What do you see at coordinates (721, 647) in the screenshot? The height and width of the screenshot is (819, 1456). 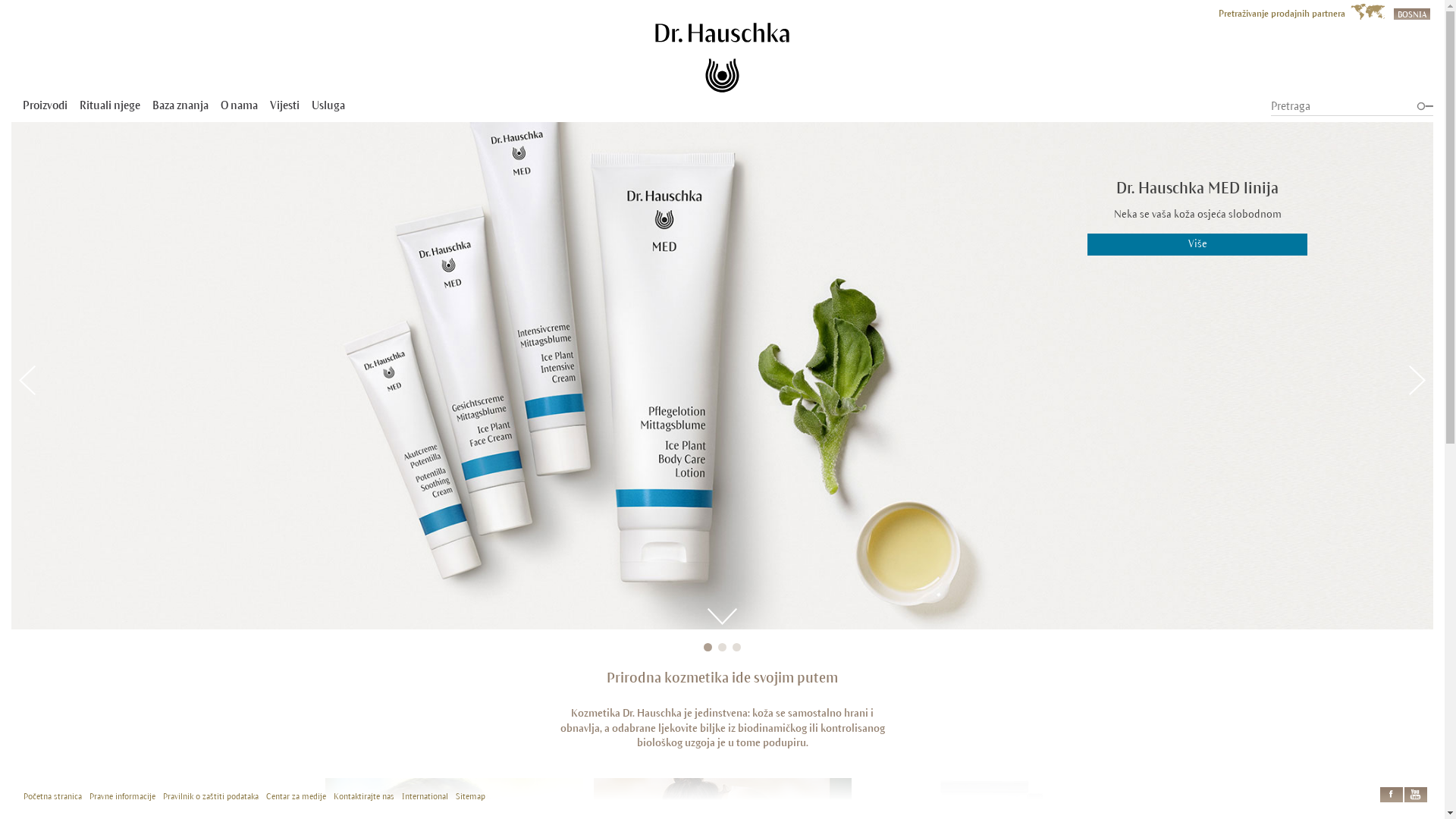 I see `'2'` at bounding box center [721, 647].